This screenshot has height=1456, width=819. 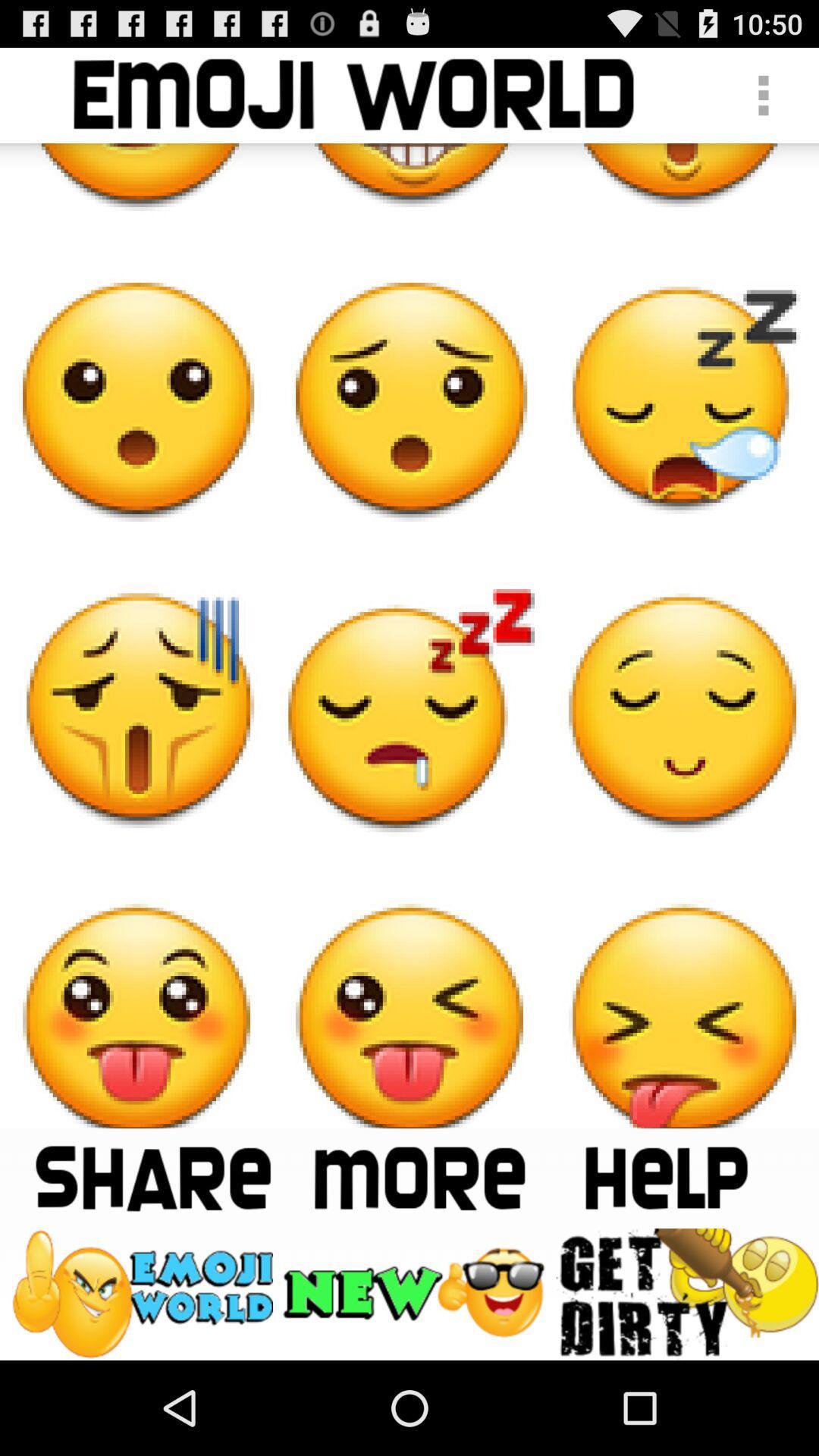 I want to click on insert get dirty beer drinking emoji, so click(x=687, y=1293).